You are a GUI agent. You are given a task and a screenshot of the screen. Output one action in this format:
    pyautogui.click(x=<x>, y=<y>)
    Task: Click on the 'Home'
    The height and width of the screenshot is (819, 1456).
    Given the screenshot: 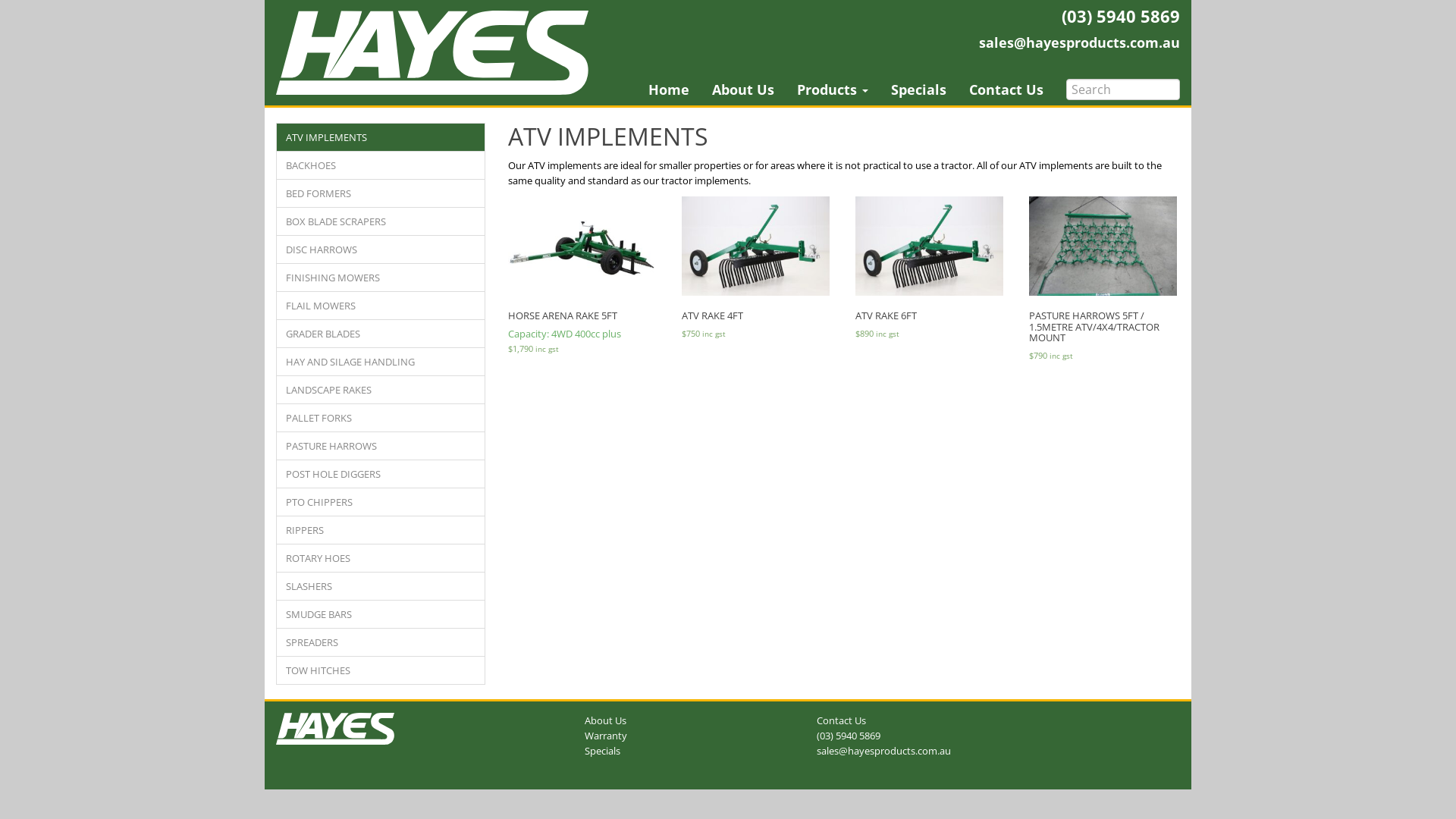 What is the action you would take?
    pyautogui.click(x=668, y=89)
    